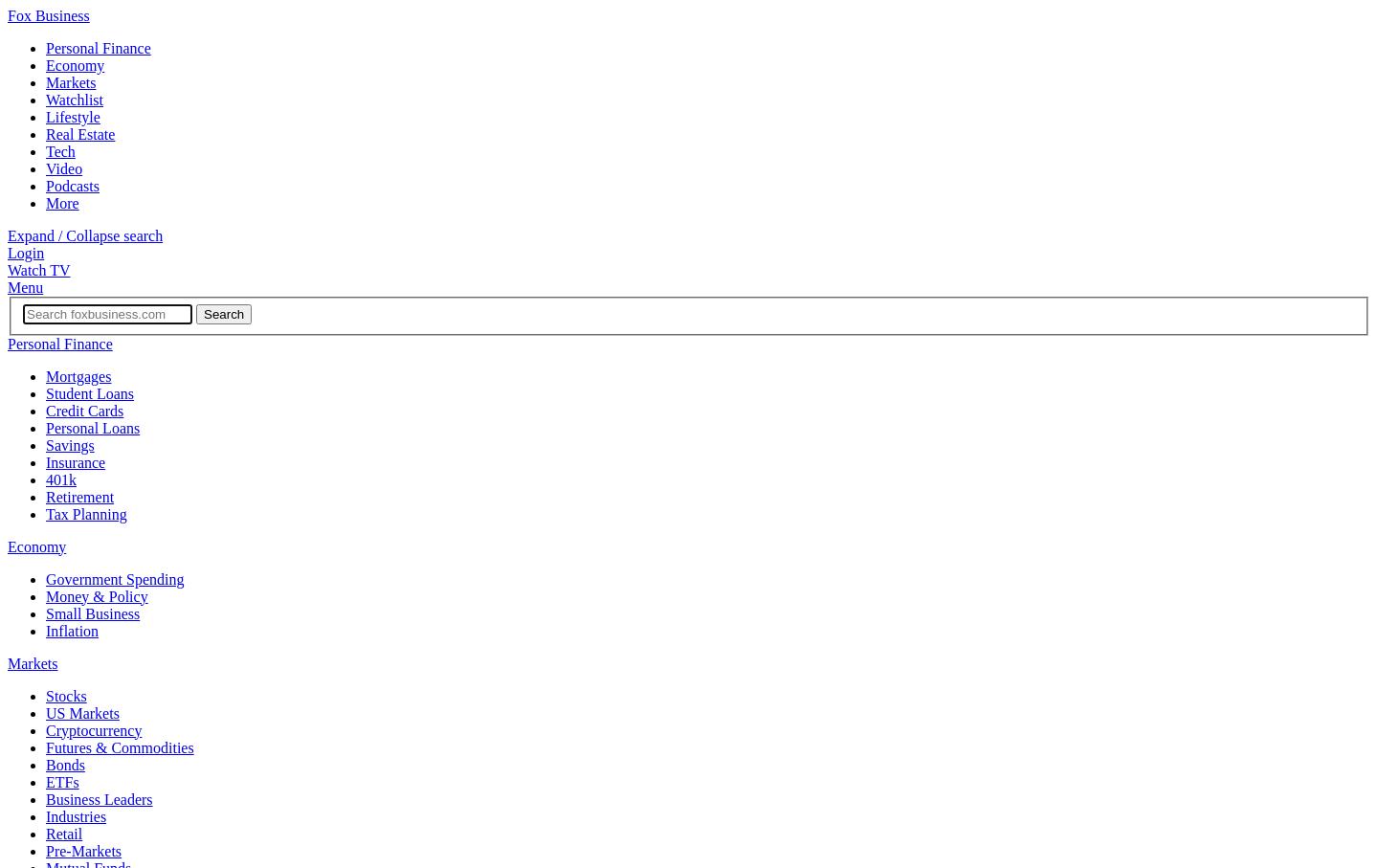  What do you see at coordinates (44, 711) in the screenshot?
I see `'US Markets'` at bounding box center [44, 711].